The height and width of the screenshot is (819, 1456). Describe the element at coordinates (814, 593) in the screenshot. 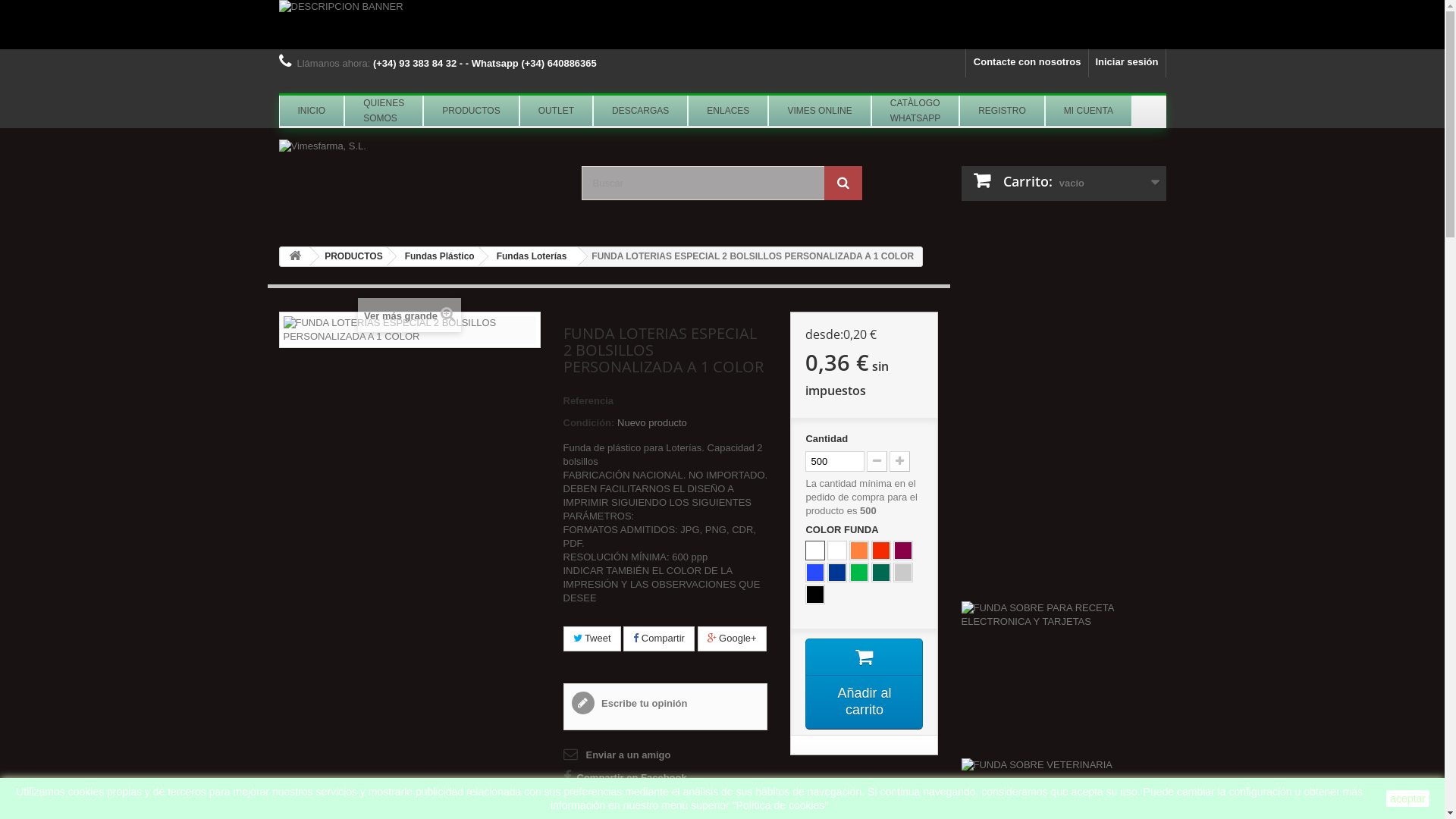

I see `'NEGRO'` at that location.